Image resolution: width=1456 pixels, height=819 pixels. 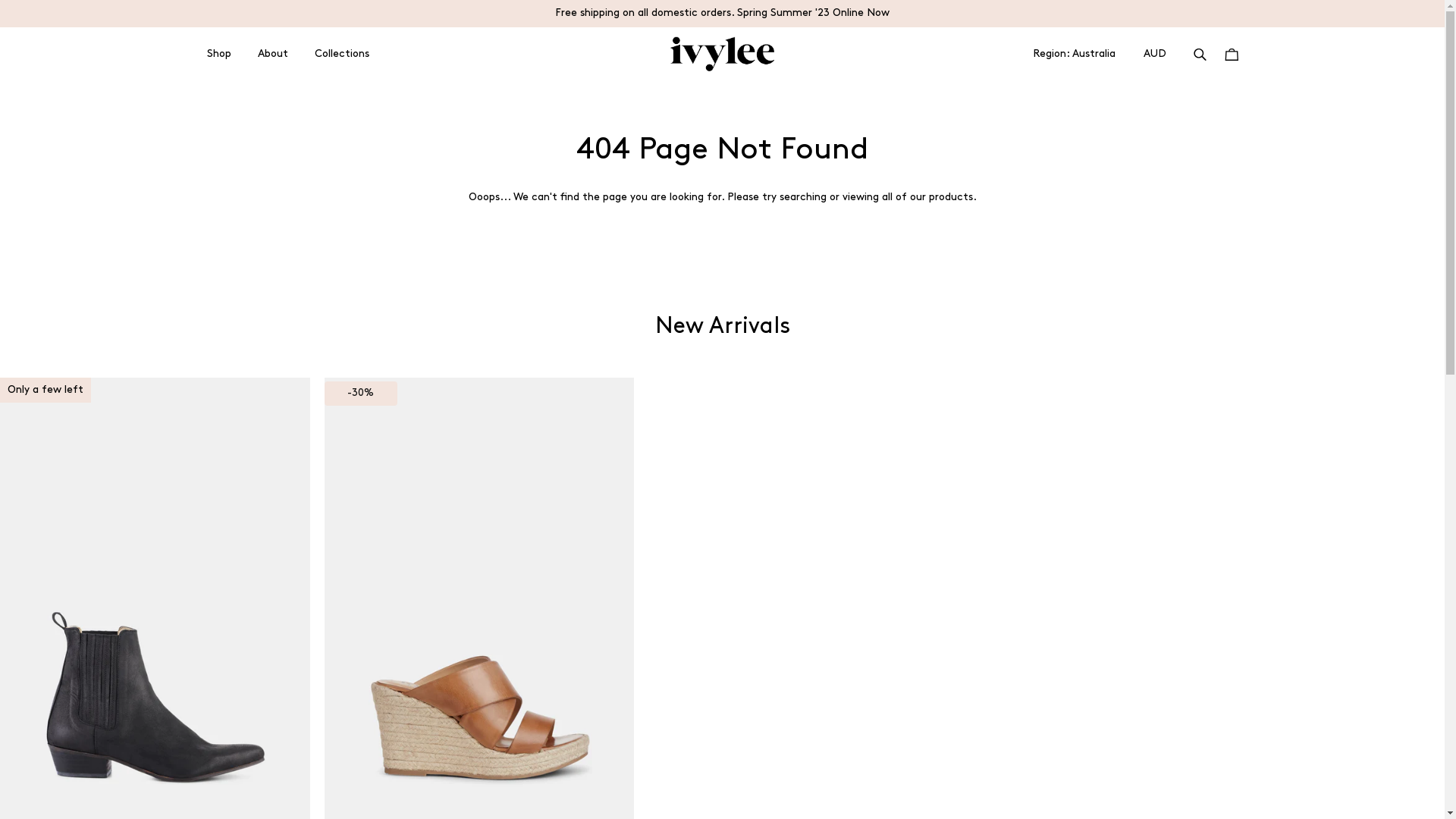 I want to click on 'Collections', so click(x=340, y=54).